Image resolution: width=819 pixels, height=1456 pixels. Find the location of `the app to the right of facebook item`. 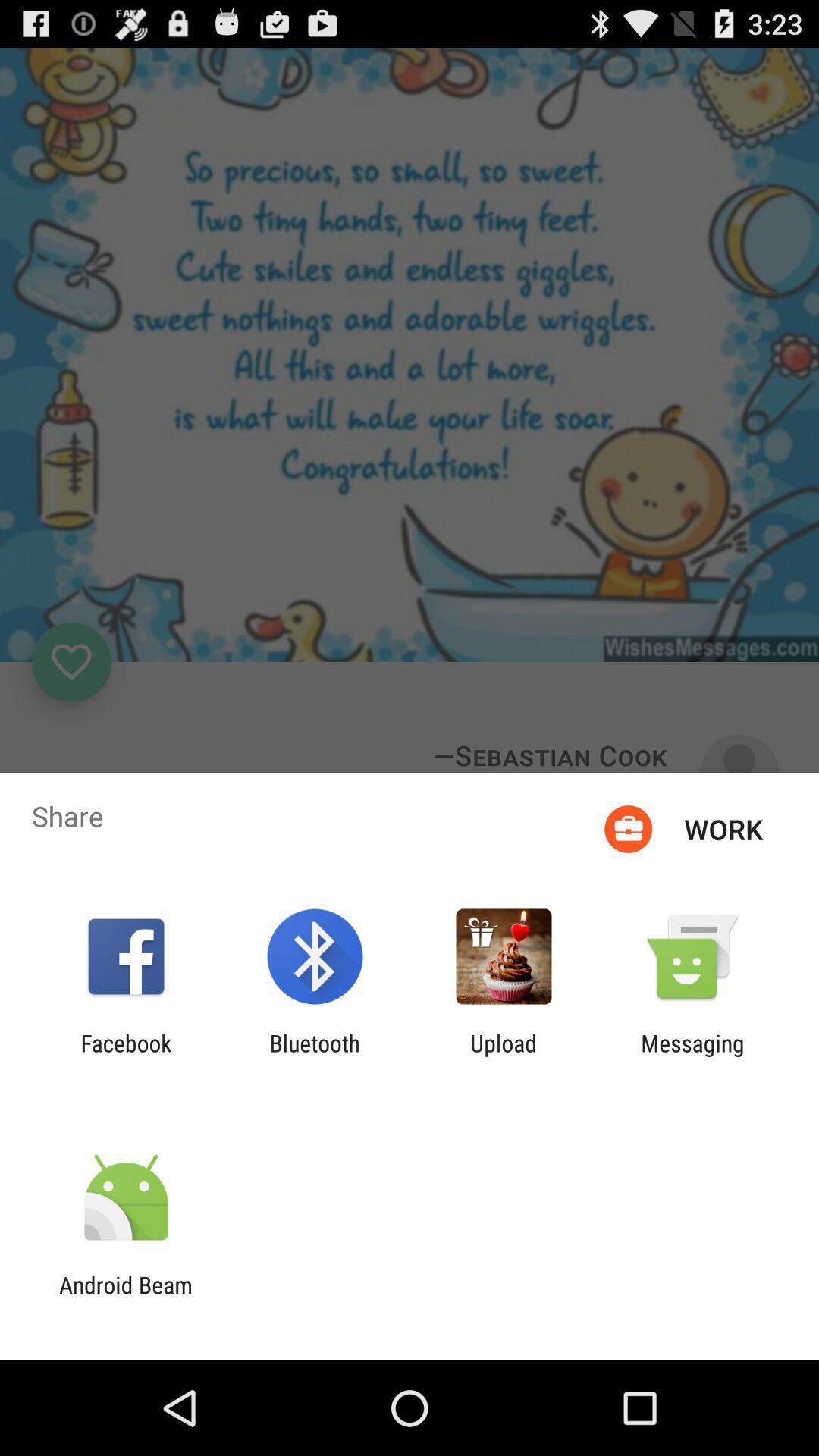

the app to the right of facebook item is located at coordinates (314, 1056).